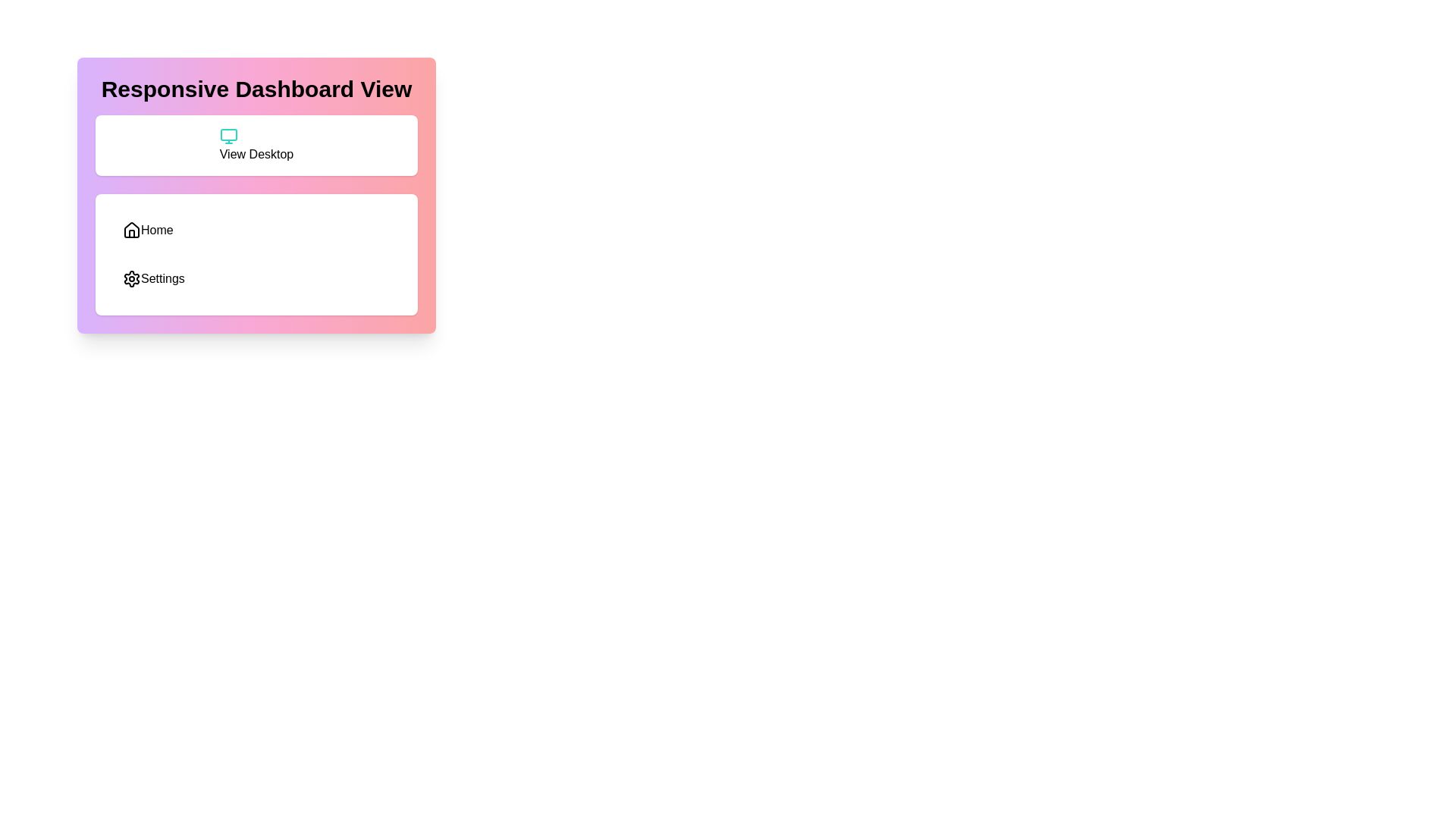 The image size is (1456, 819). What do you see at coordinates (131, 230) in the screenshot?
I see `the house-shaped graphical icon representing the 'Home' symbol` at bounding box center [131, 230].